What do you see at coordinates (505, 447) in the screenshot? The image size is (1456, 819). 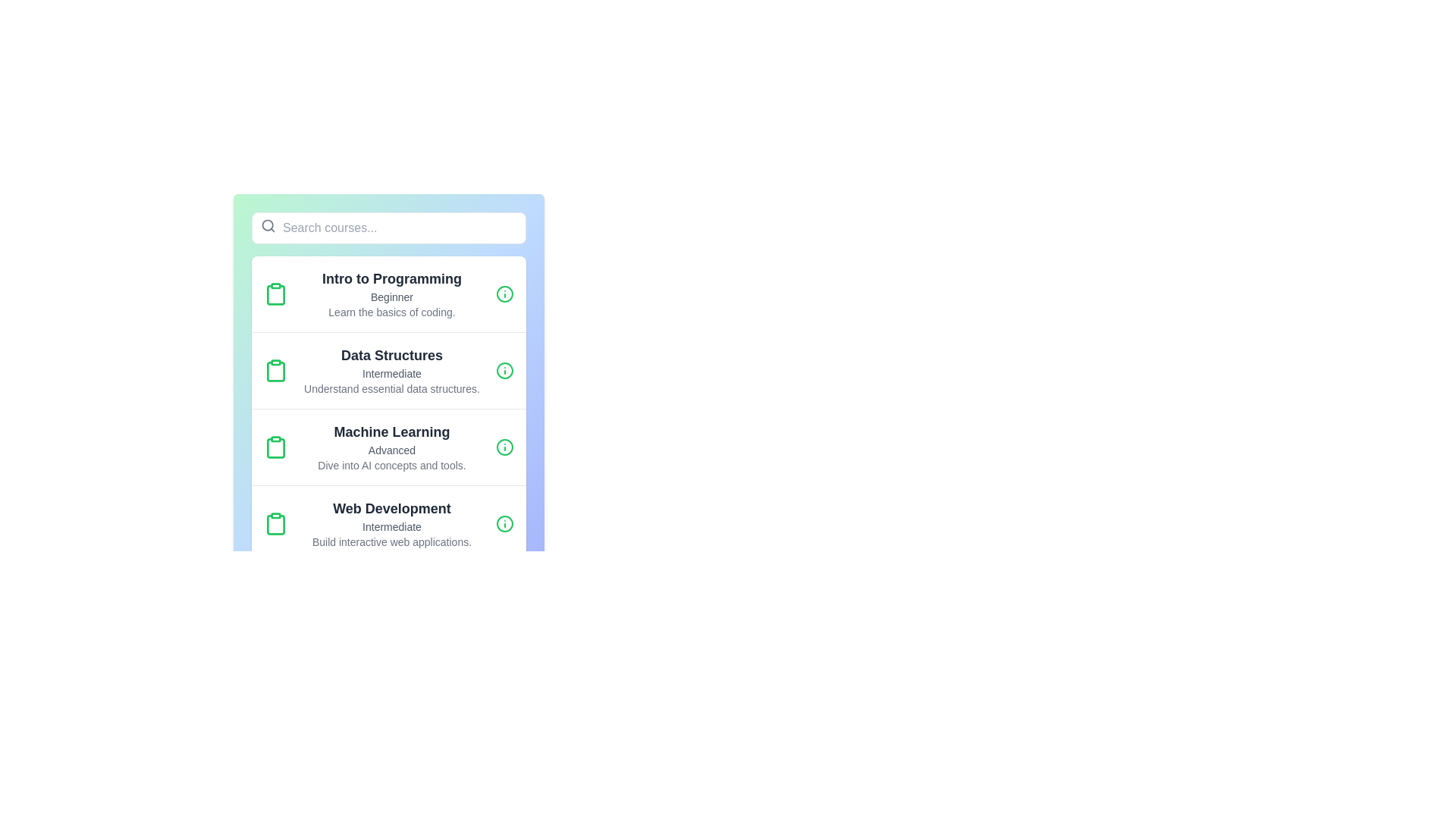 I see `the status or icon content of the circular green icon located in the right section of the list item titled 'Machine Learning'` at bounding box center [505, 447].